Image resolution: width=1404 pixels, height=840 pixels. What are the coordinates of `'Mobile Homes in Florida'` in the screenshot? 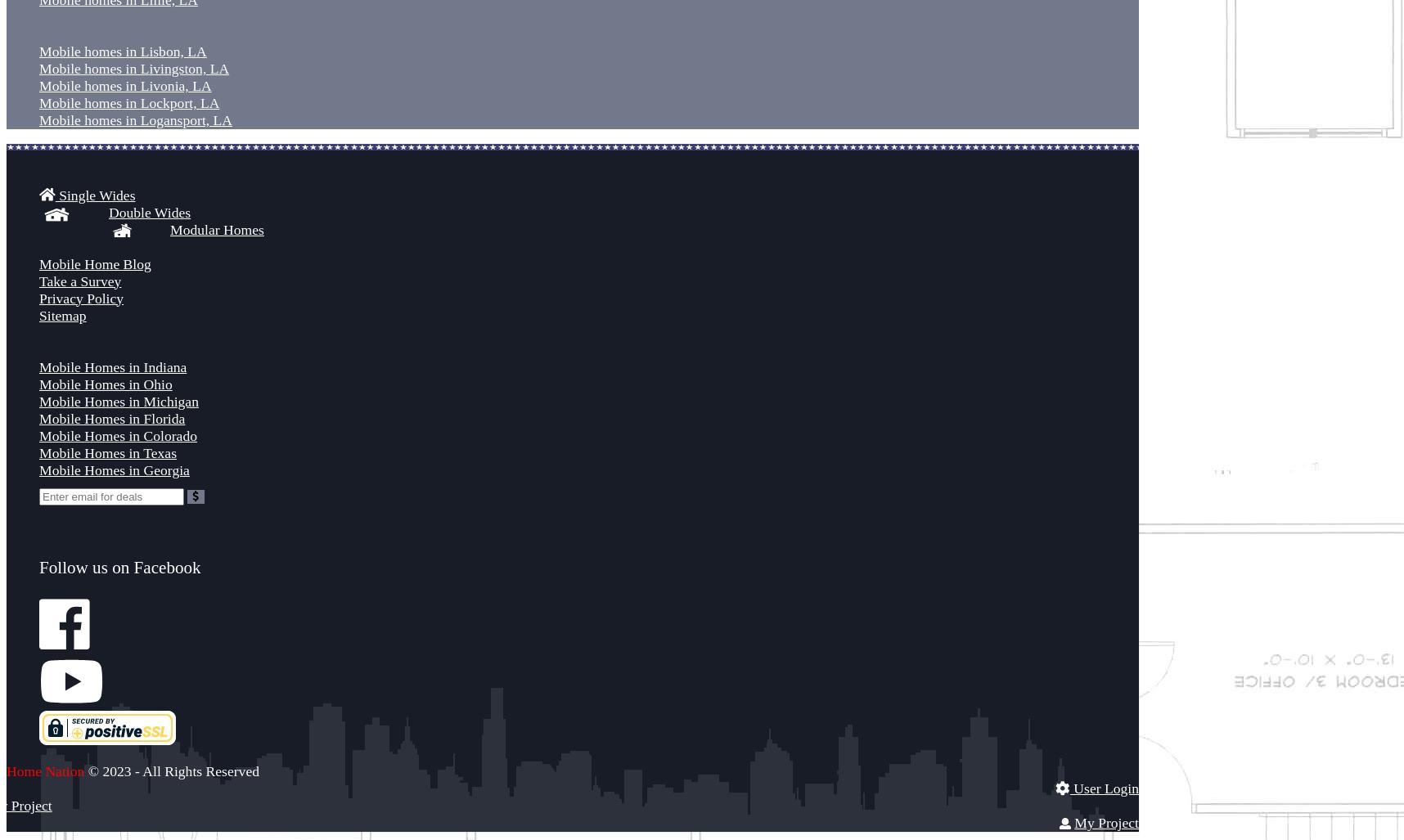 It's located at (111, 418).